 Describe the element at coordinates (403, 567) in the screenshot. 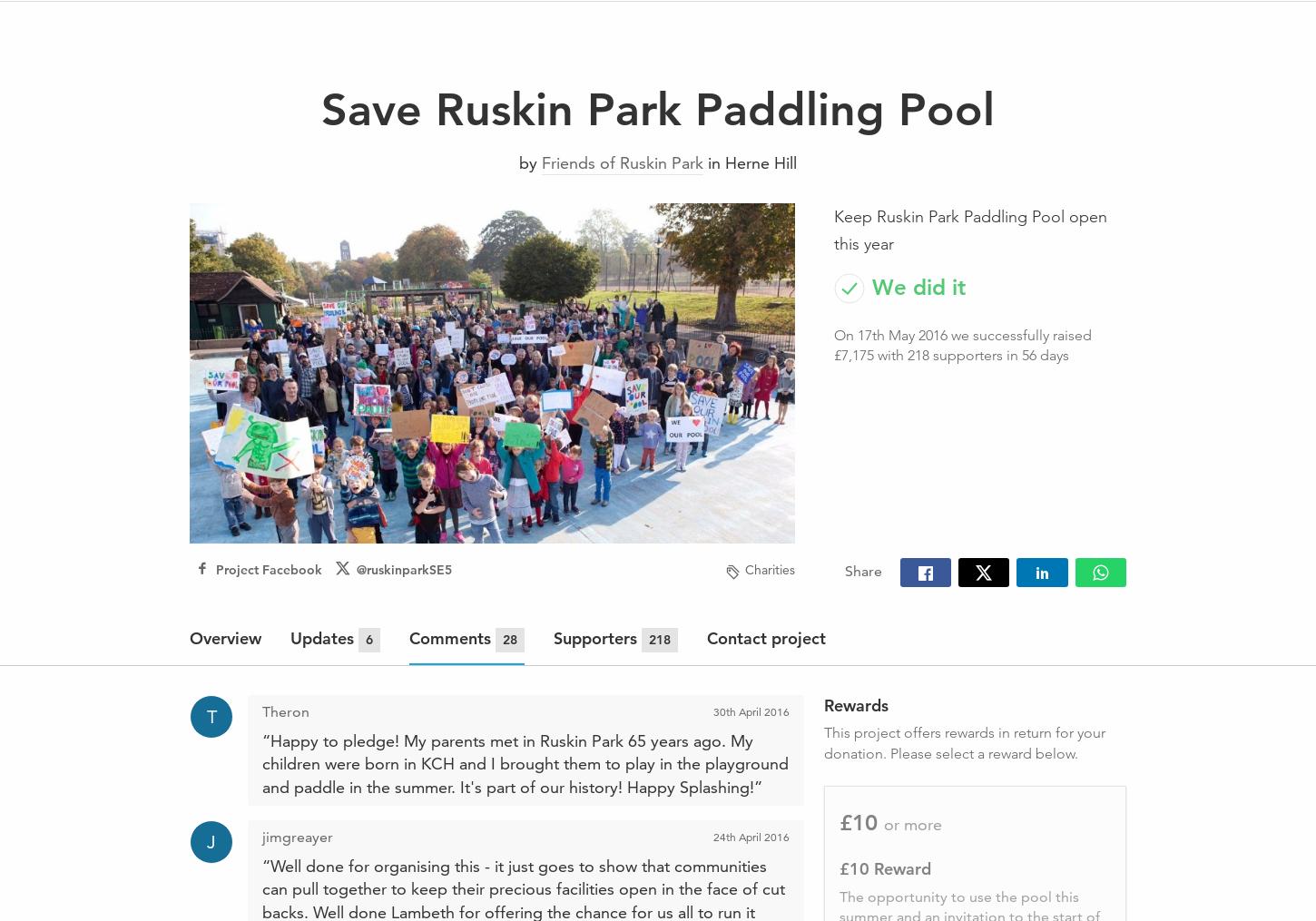

I see `'@ruskinparkSE5'` at that location.